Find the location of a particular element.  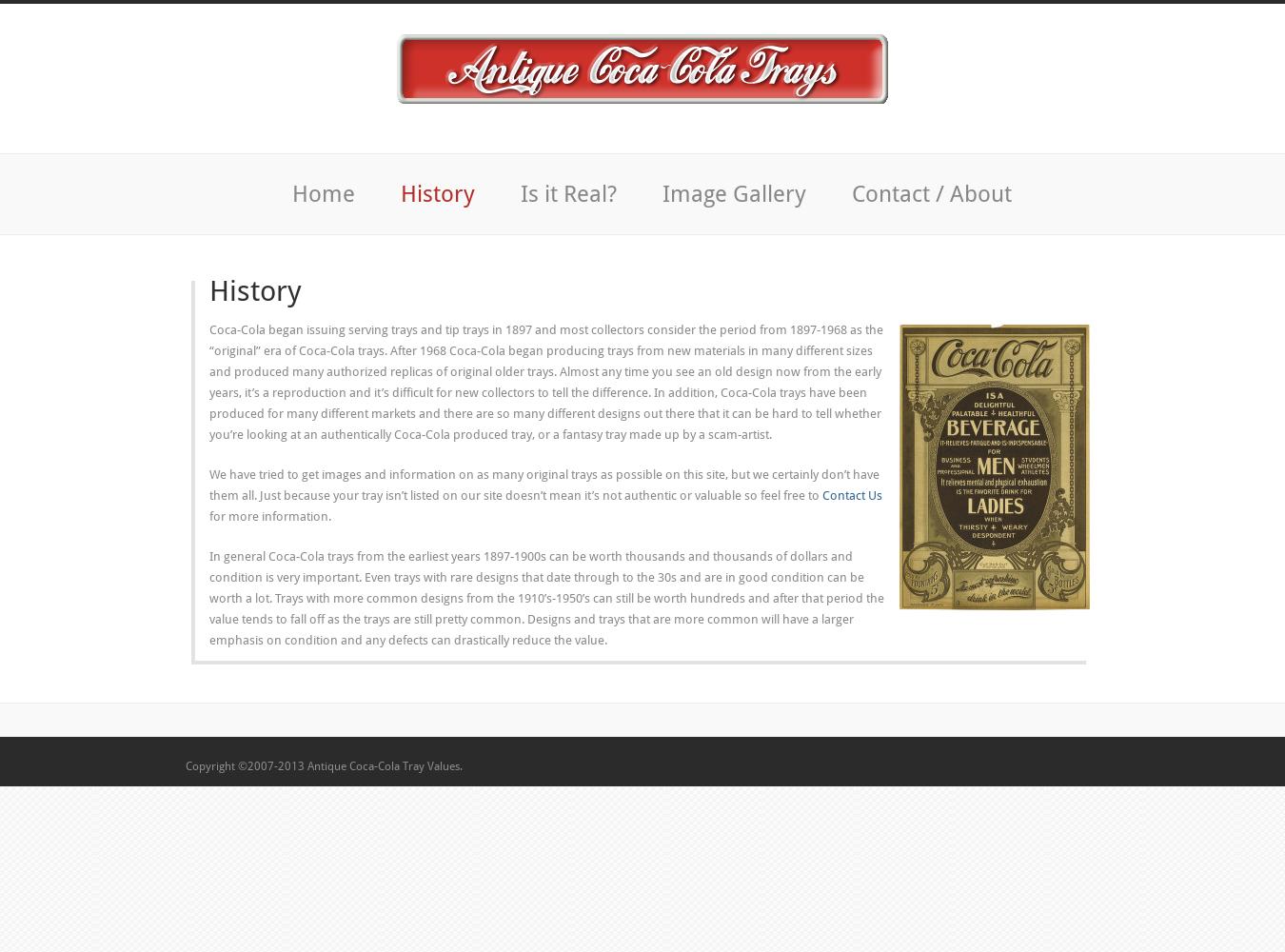

'Contact Us' is located at coordinates (852, 495).